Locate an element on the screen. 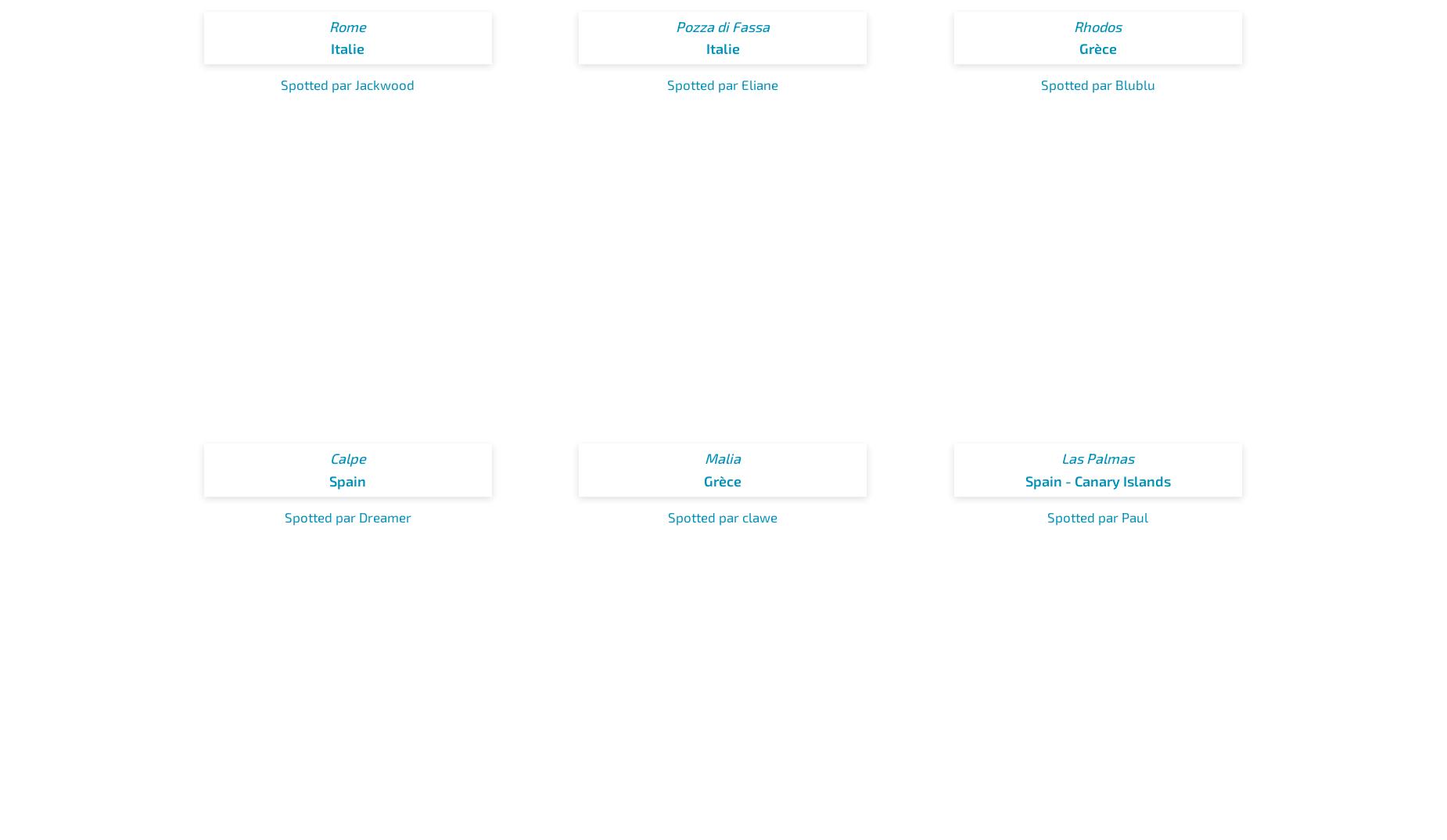 This screenshot has width=1447, height=840. 'Spotted par Dreamer' is located at coordinates (346, 515).